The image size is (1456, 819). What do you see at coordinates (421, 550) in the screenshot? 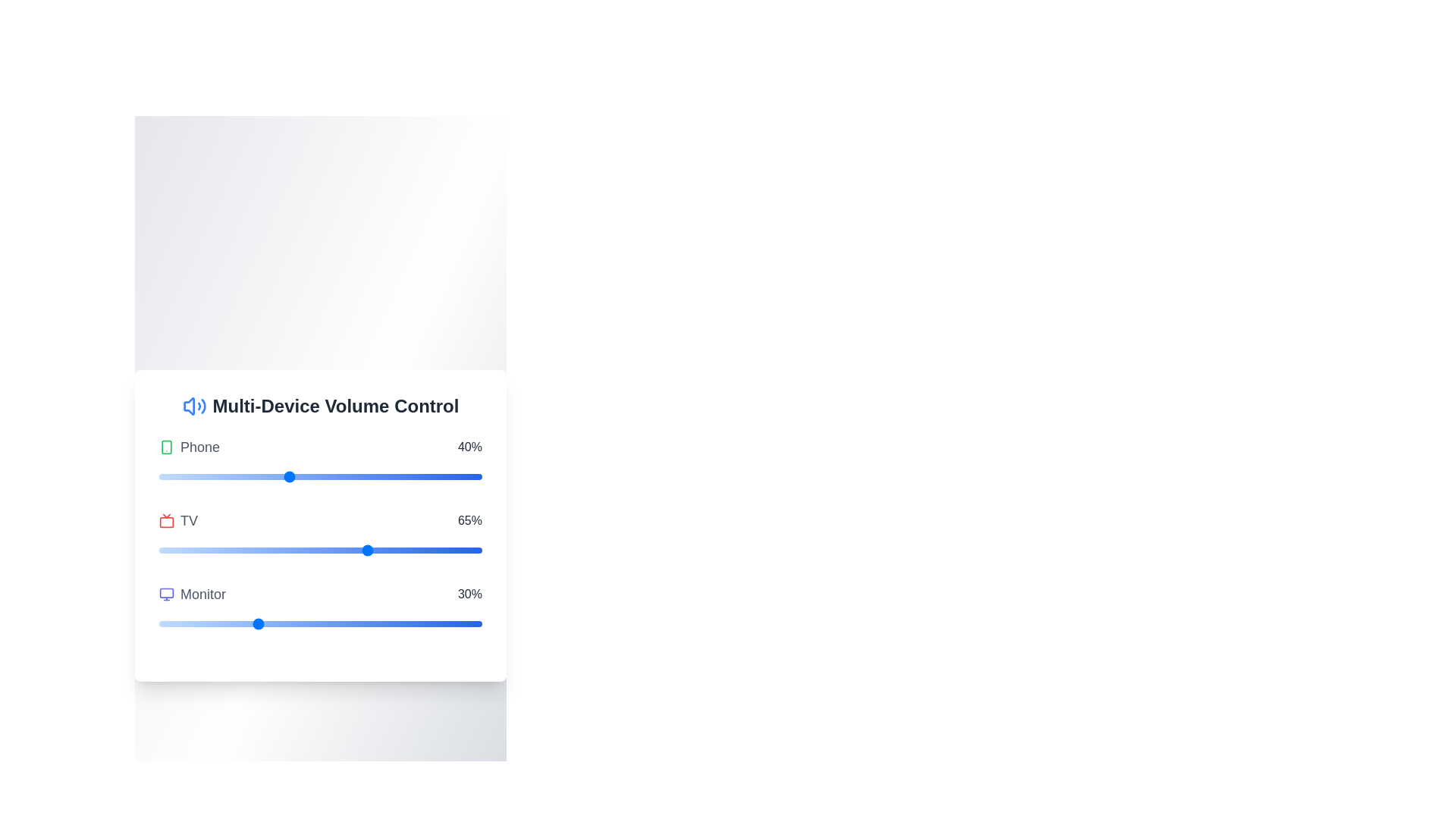
I see `TV volume` at bounding box center [421, 550].